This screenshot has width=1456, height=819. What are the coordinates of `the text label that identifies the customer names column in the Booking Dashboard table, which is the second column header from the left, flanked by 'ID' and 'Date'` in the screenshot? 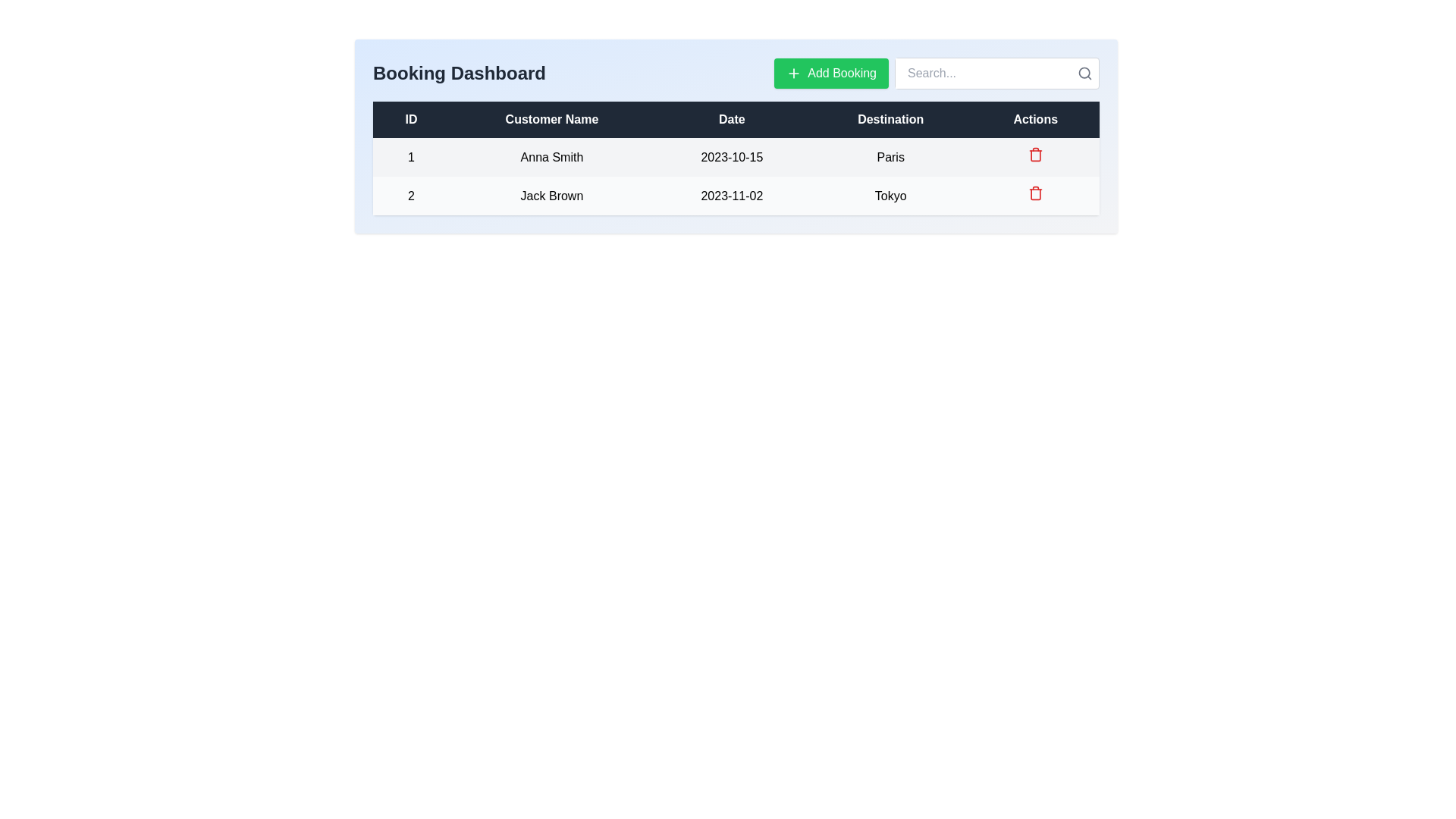 It's located at (551, 119).